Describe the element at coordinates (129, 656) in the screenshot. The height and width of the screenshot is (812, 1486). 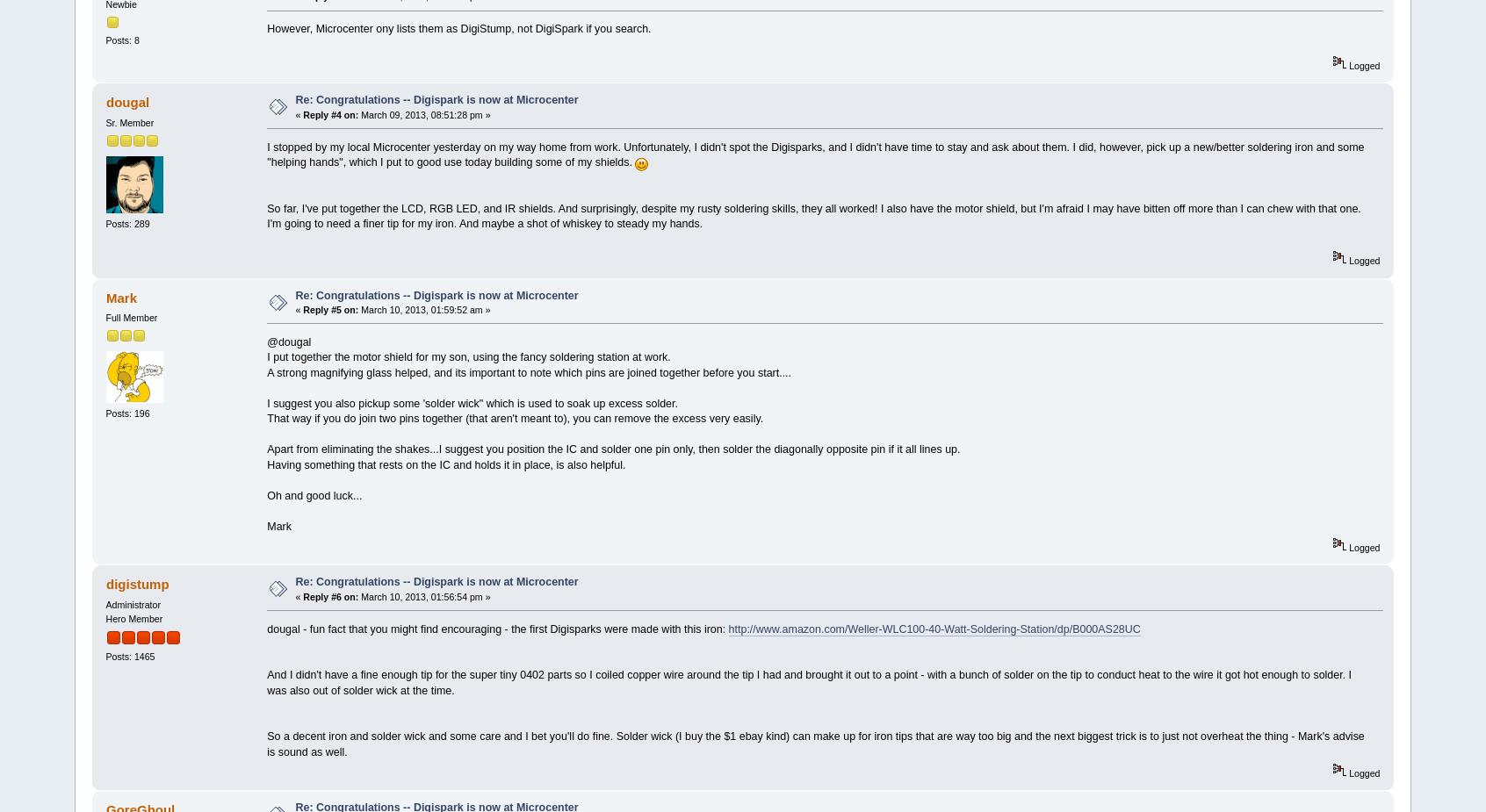
I see `'Posts: 1465'` at that location.